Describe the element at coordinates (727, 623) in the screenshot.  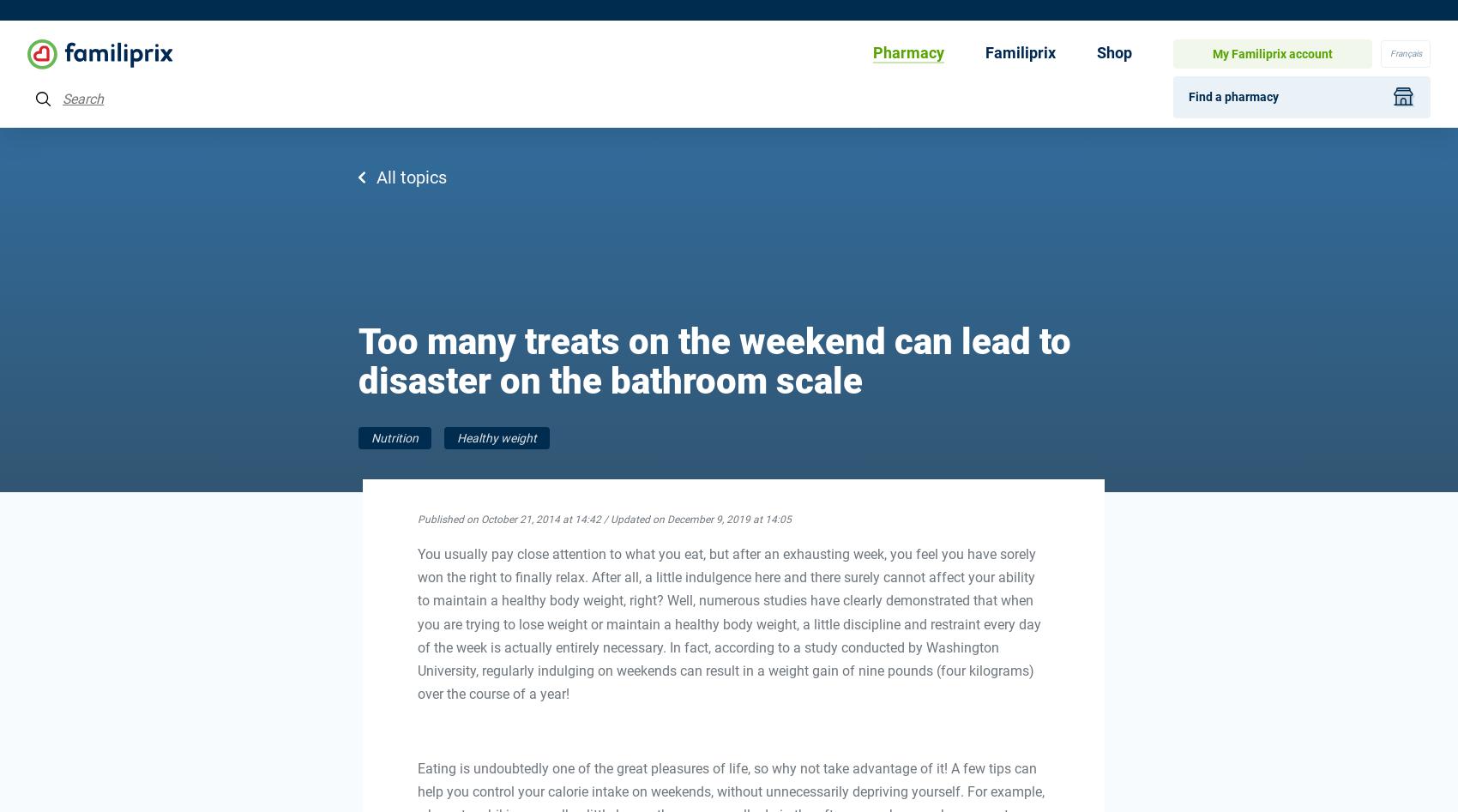
I see `'You usually pay close attention to what you eat, but after an exhausting week, you feel you have sorely won the right to finally relax. After all, a little indulgence here and there surely cannot affect your ability to maintain a healthy body weight, right? Well, numerous studies have clearly demonstrated that when you are trying to lose weight or maintain a healthy body weight, a little discipline and restraint every day of the week is actually entirely necessary. In fact, according to a study conducted by Washington University, regularly indulging on weekends can result in a weight gain of nine pounds (four kilograms) over the course of a year!'` at that location.